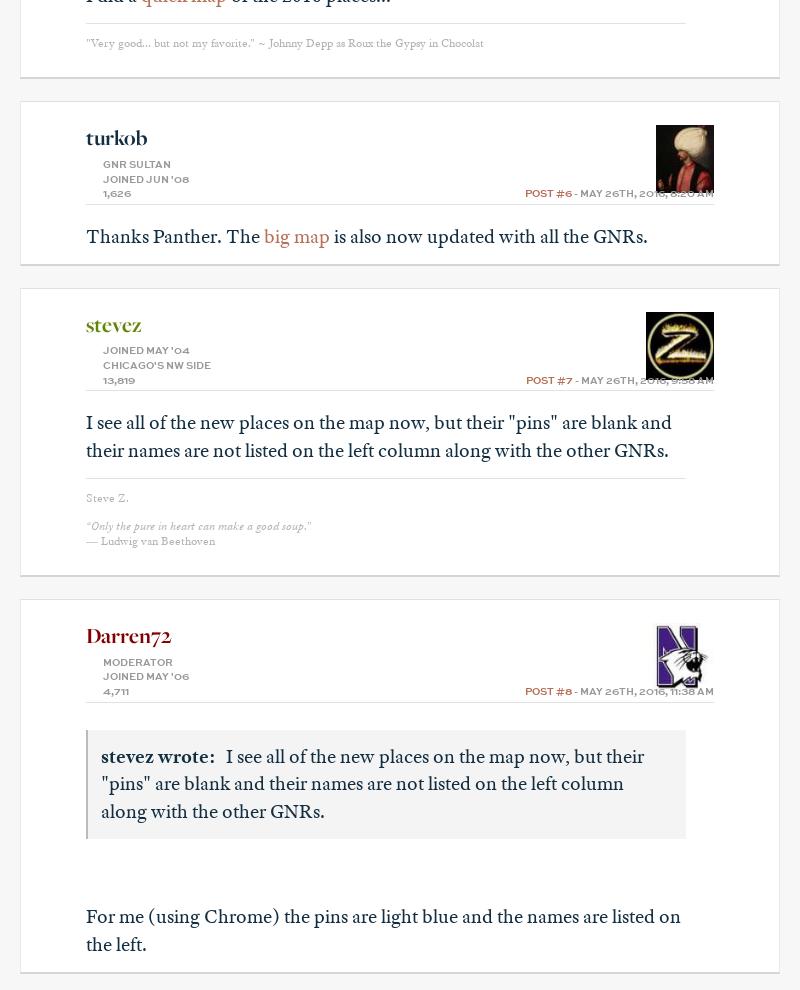  I want to click on 'For me (using Chrome) the pins are light blue and the names are listed on the left.', so click(86, 929).